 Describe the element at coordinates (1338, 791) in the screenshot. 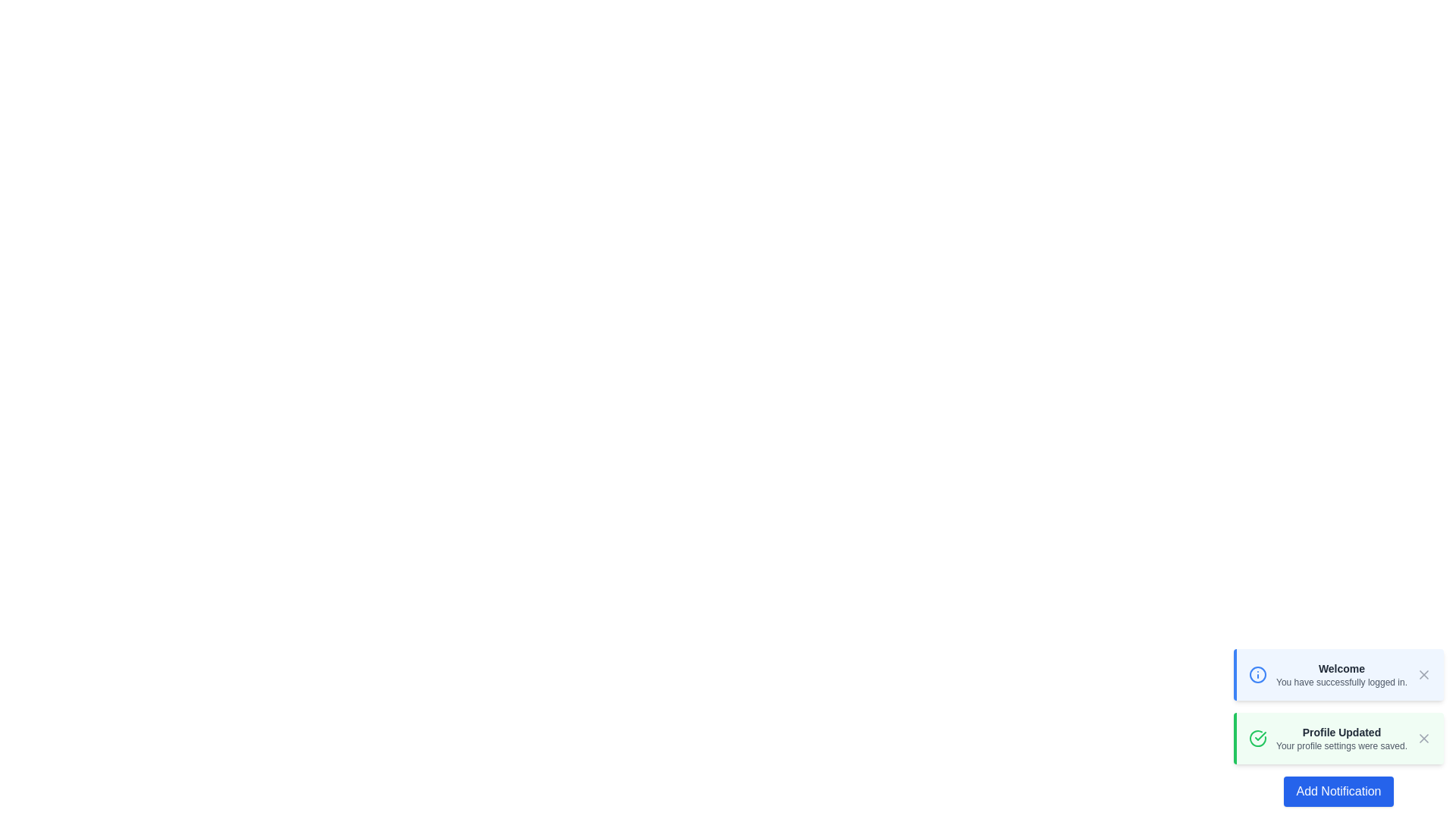

I see `the 'Add Notification' button to add a new notification` at that location.